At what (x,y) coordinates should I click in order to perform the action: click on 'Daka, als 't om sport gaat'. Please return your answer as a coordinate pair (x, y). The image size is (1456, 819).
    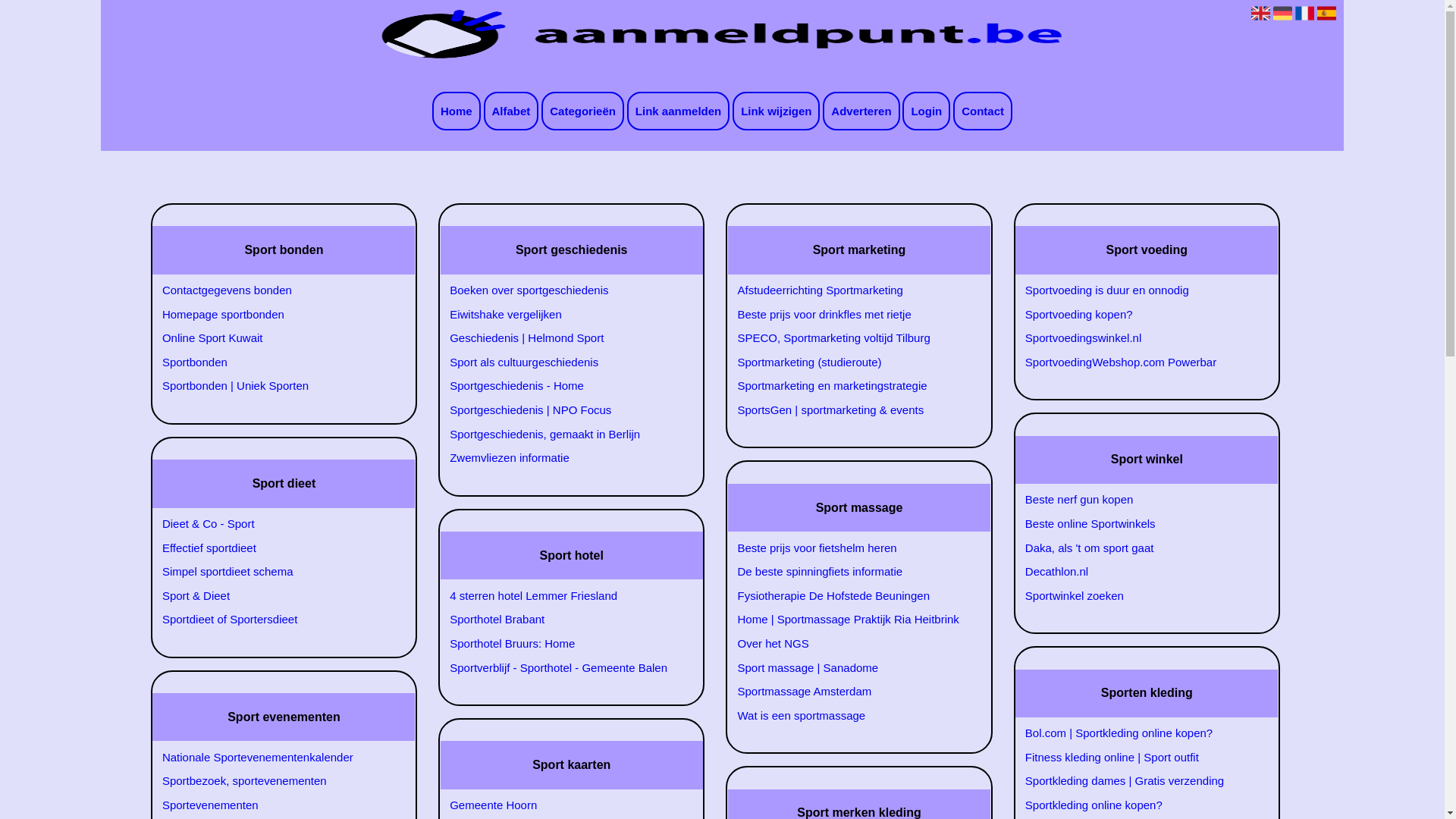
    Looking at the image, I should click on (1138, 548).